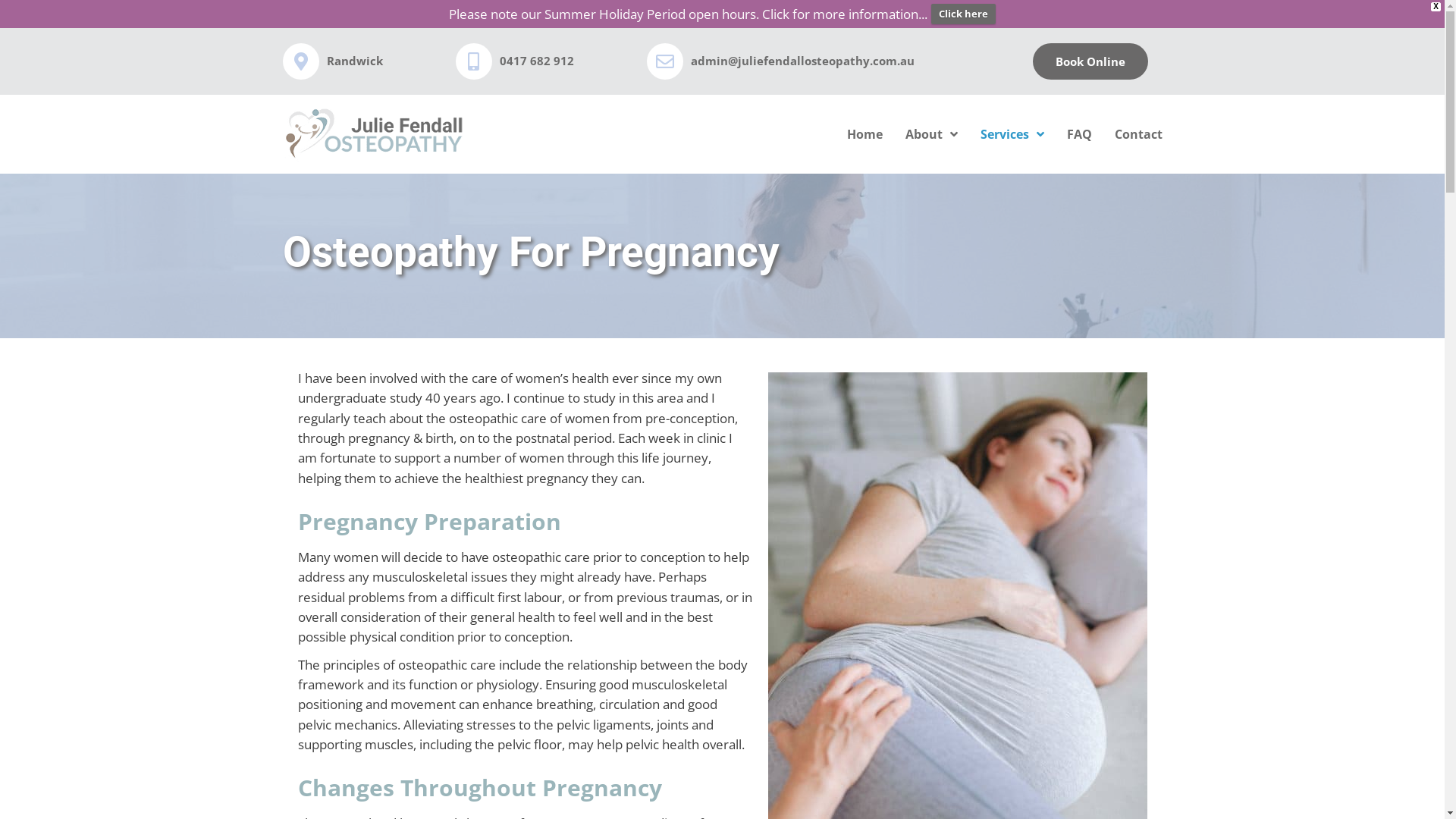 This screenshot has height=819, width=1456. What do you see at coordinates (930, 133) in the screenshot?
I see `'About'` at bounding box center [930, 133].